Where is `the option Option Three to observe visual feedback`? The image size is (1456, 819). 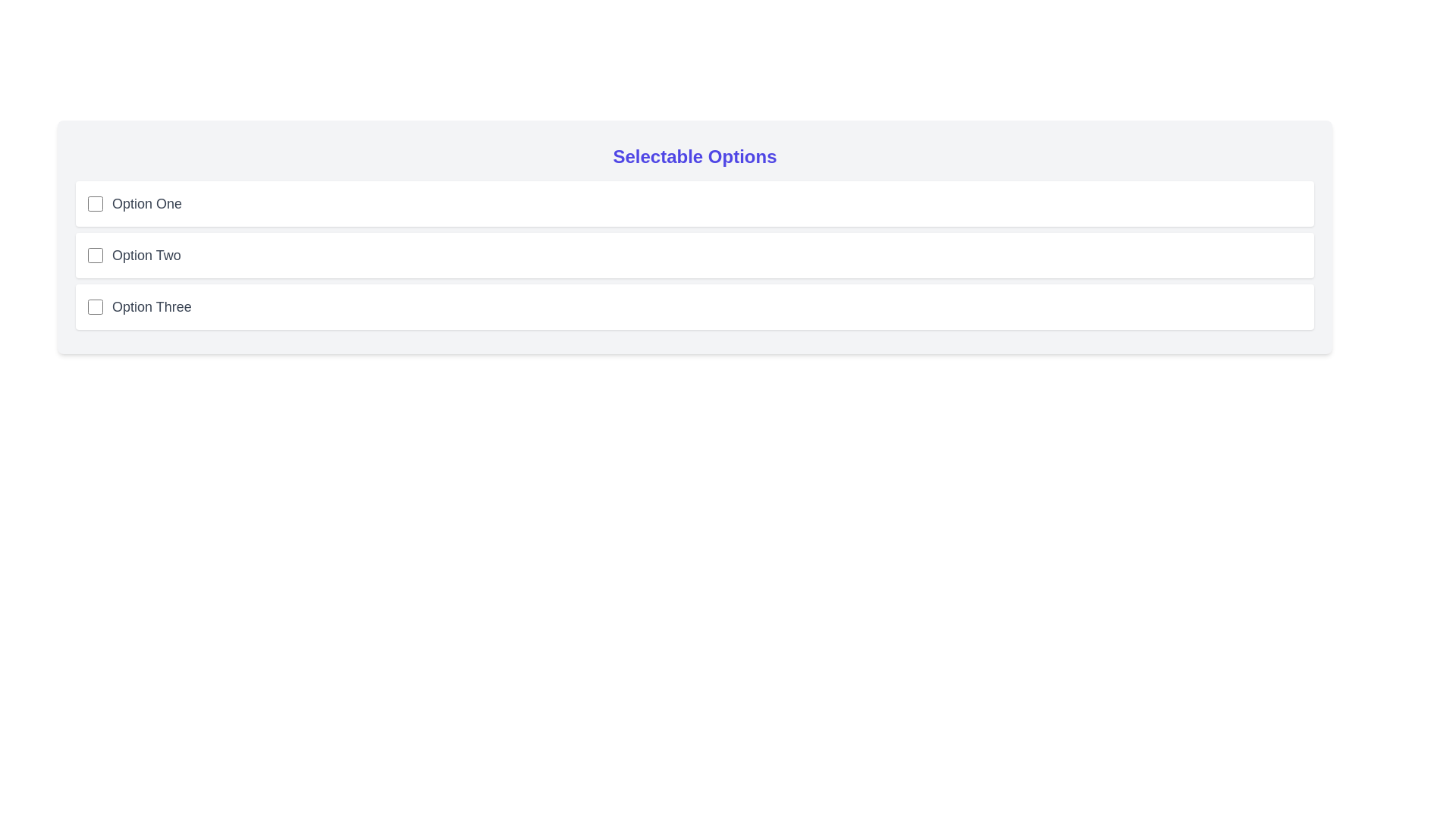
the option Option Three to observe visual feedback is located at coordinates (694, 307).